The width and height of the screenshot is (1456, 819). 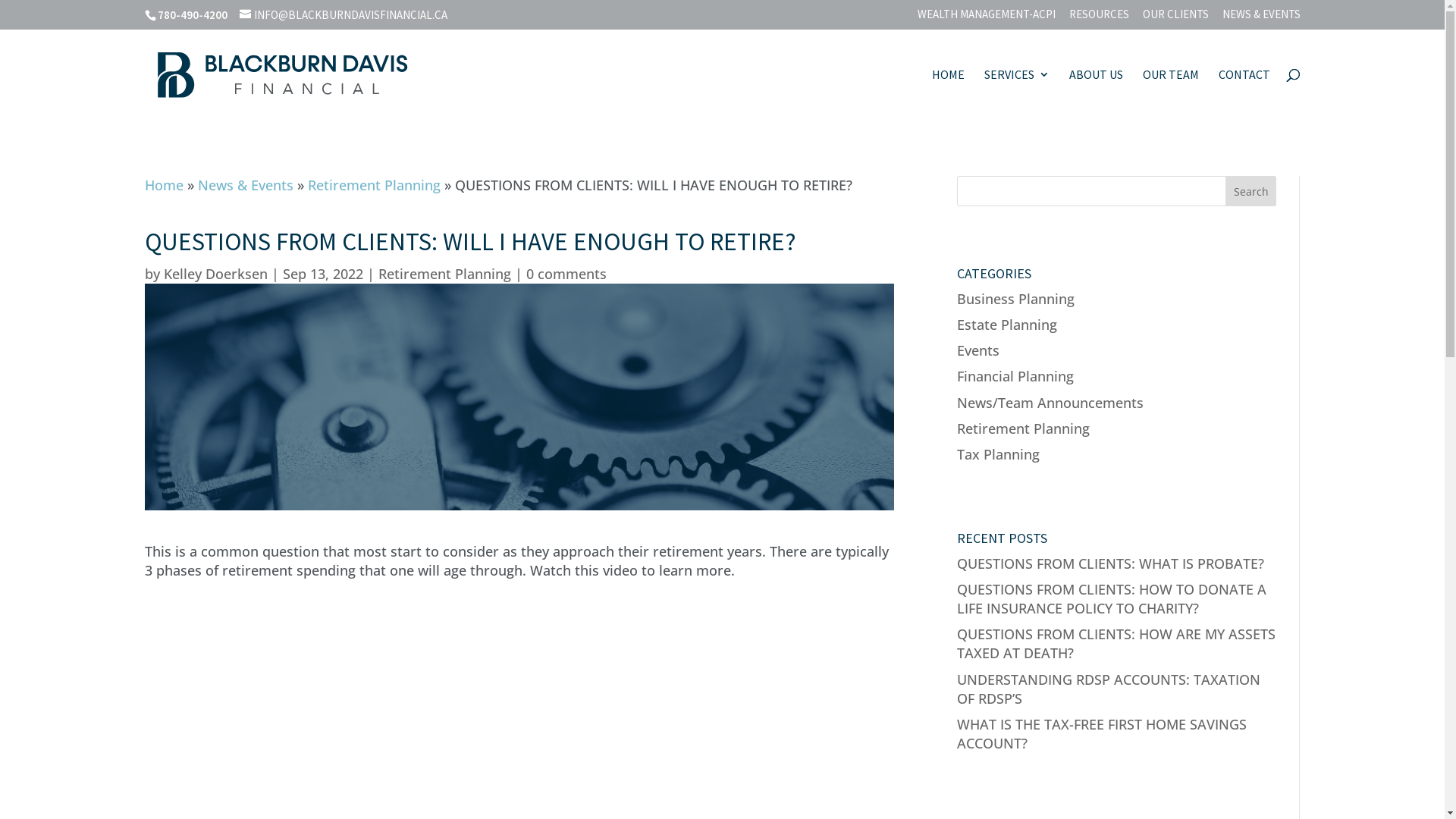 I want to click on 'CONTACT', so click(x=1244, y=93).